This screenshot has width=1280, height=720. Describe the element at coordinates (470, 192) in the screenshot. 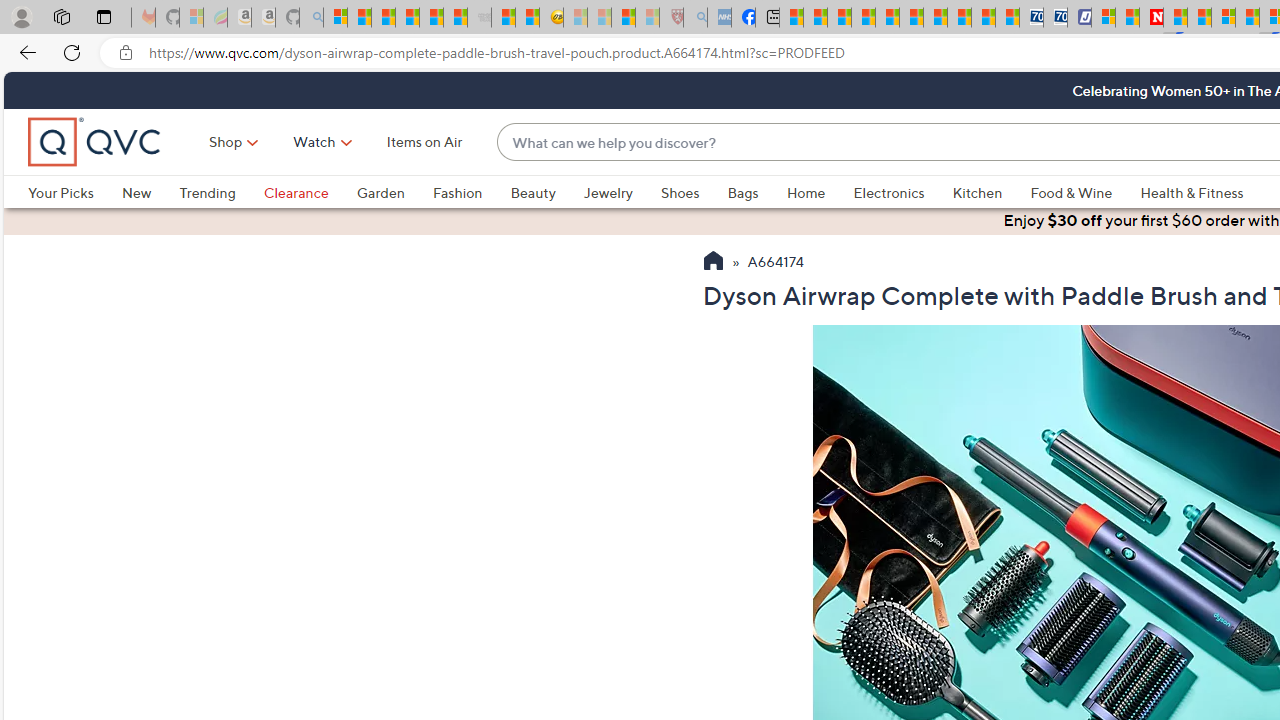

I see `'Fashion'` at that location.